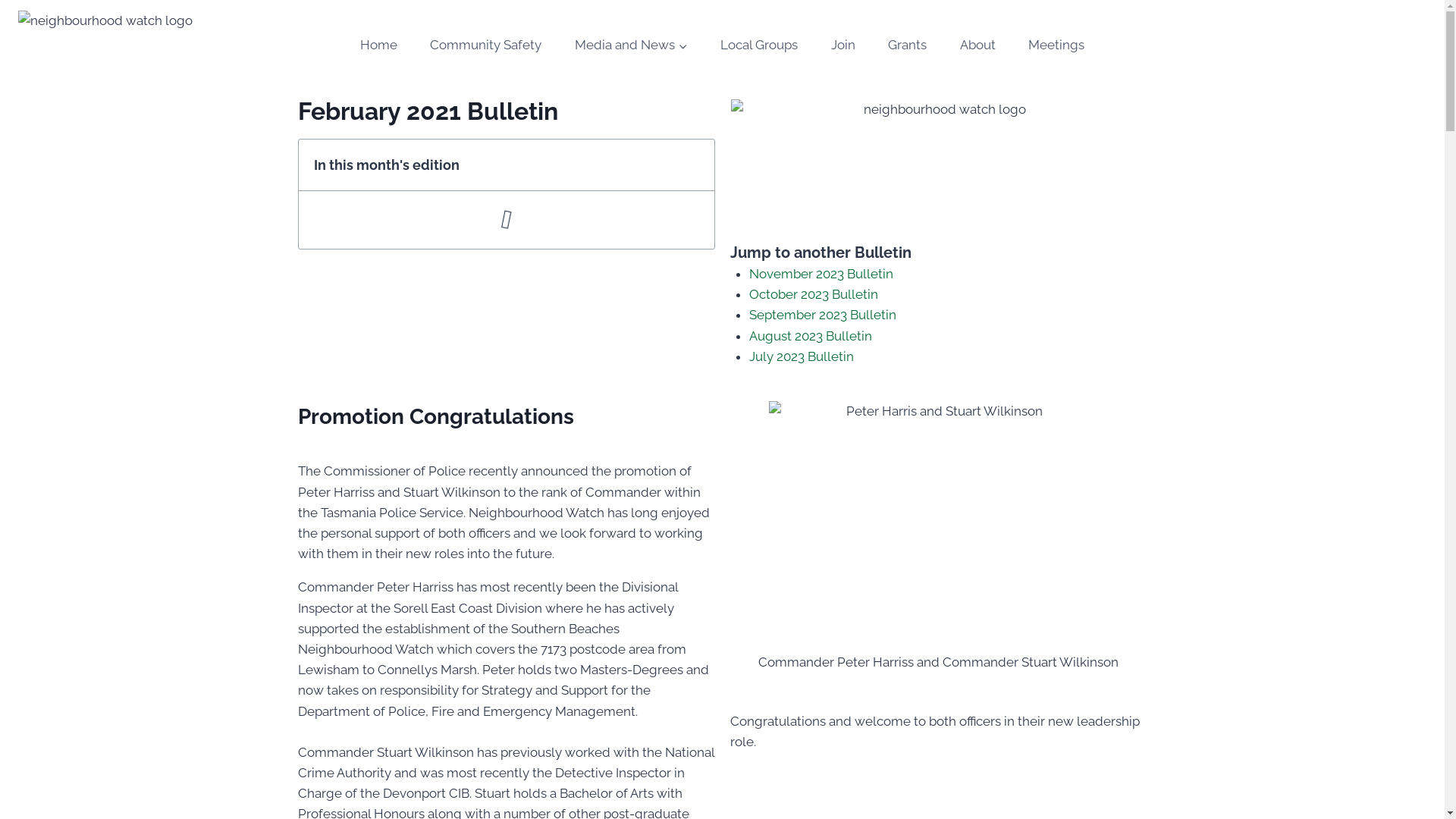 The image size is (1456, 819). Describe the element at coordinates (378, 45) in the screenshot. I see `'Home'` at that location.